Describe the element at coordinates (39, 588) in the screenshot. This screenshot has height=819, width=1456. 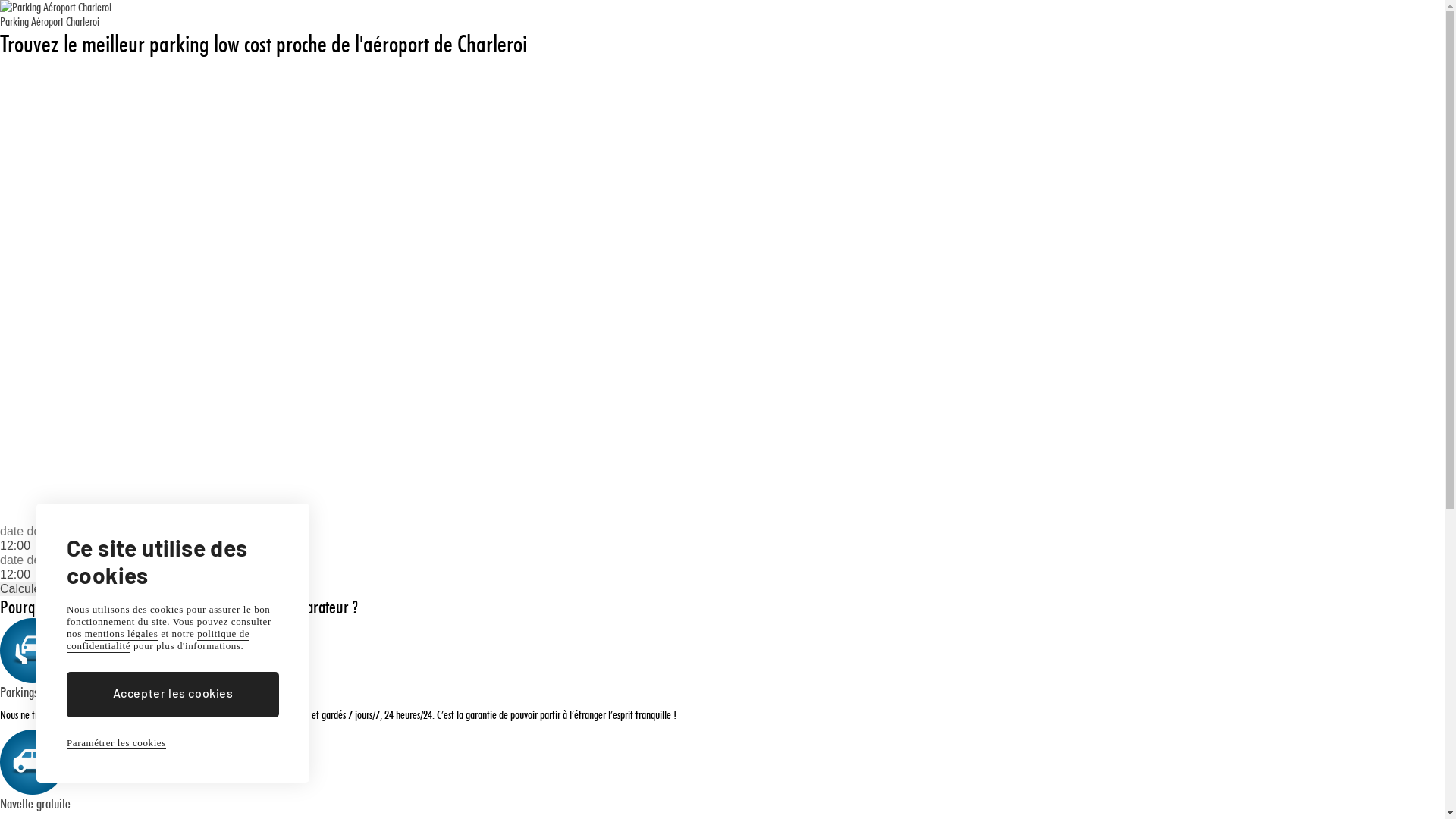
I see `'Calculer le prix'` at that location.